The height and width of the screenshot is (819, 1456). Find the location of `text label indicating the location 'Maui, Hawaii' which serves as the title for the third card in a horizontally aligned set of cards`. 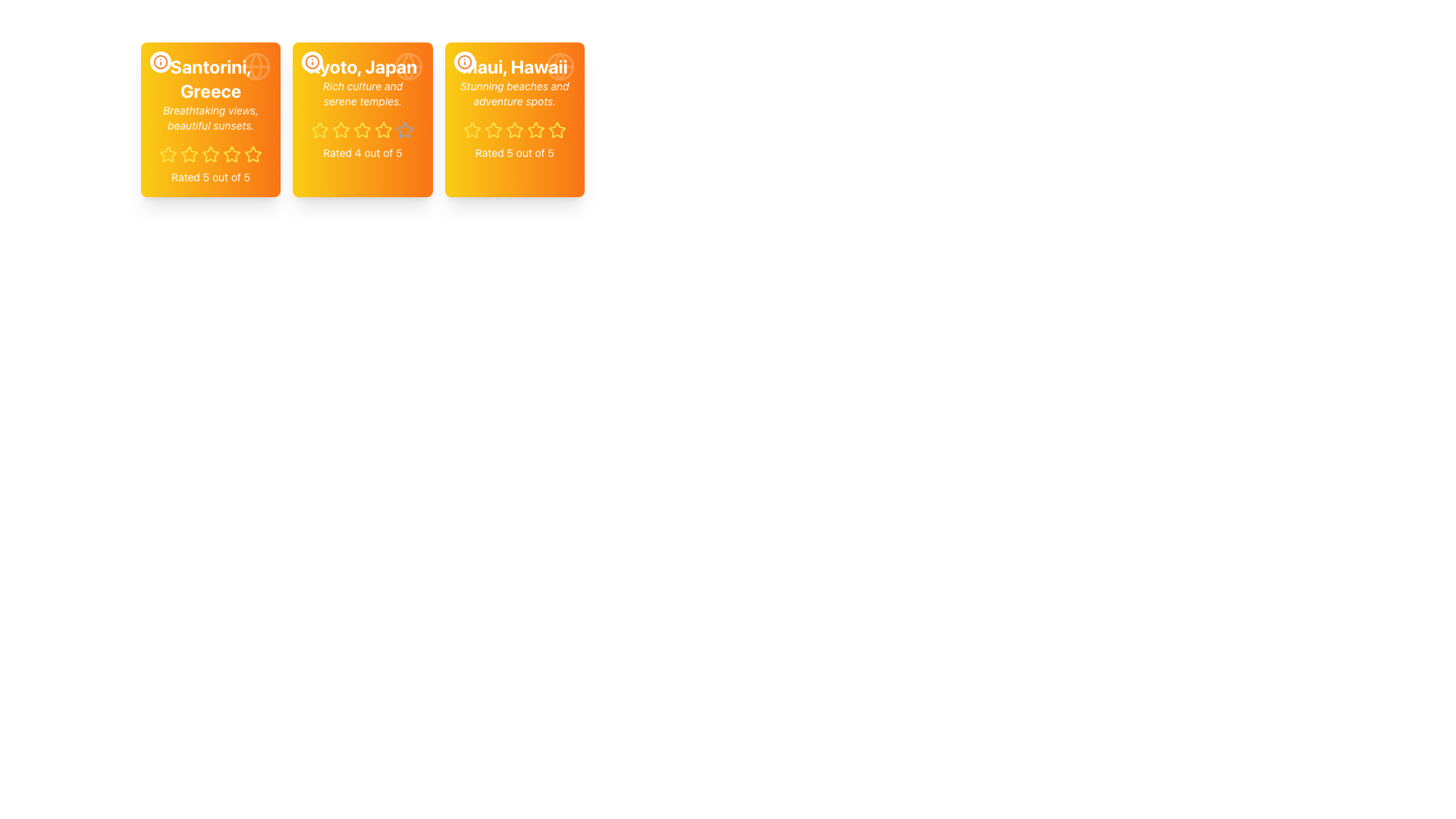

text label indicating the location 'Maui, Hawaii' which serves as the title for the third card in a horizontally aligned set of cards is located at coordinates (514, 66).